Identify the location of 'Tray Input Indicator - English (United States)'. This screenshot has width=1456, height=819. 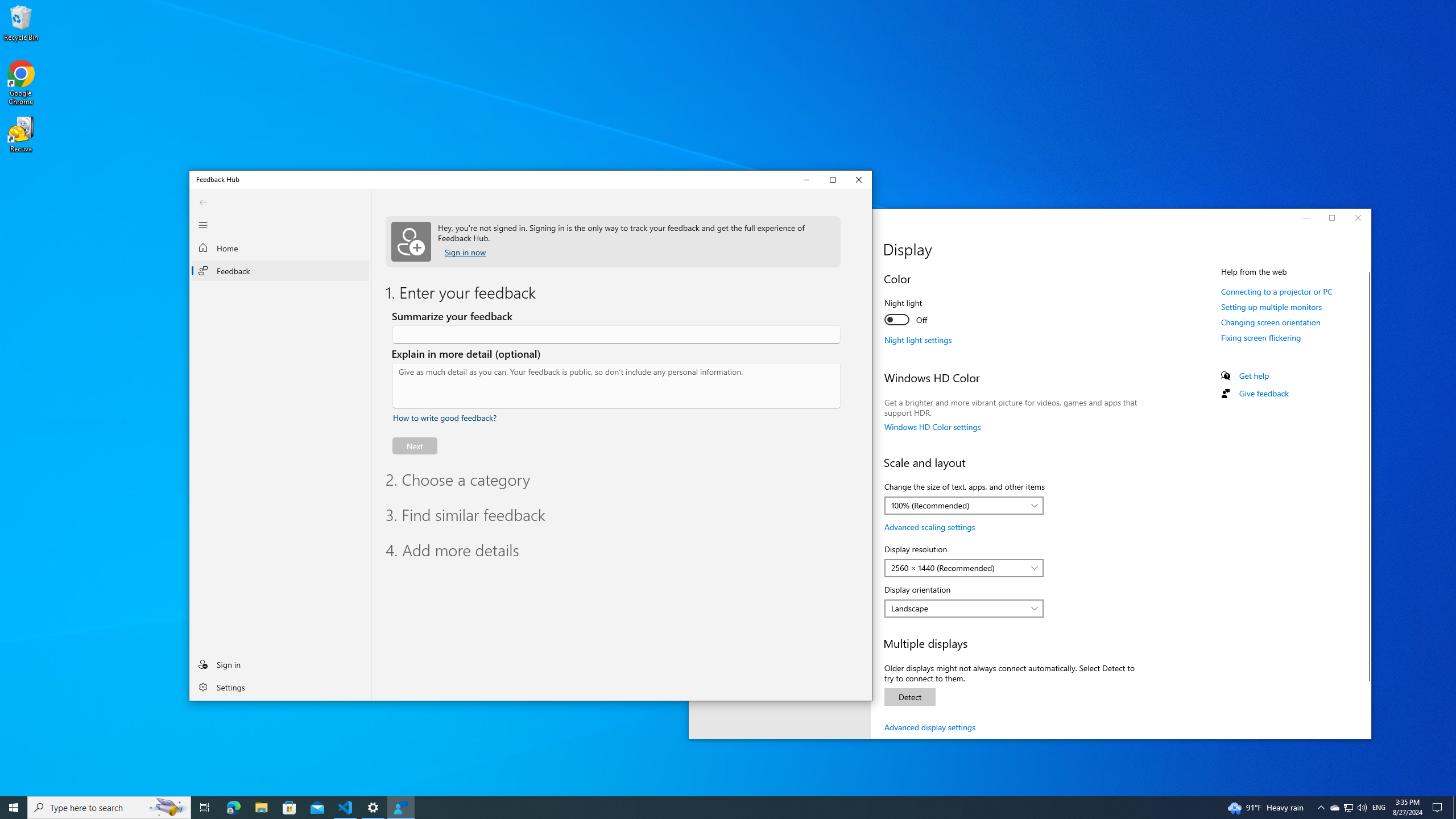
(1347, 806).